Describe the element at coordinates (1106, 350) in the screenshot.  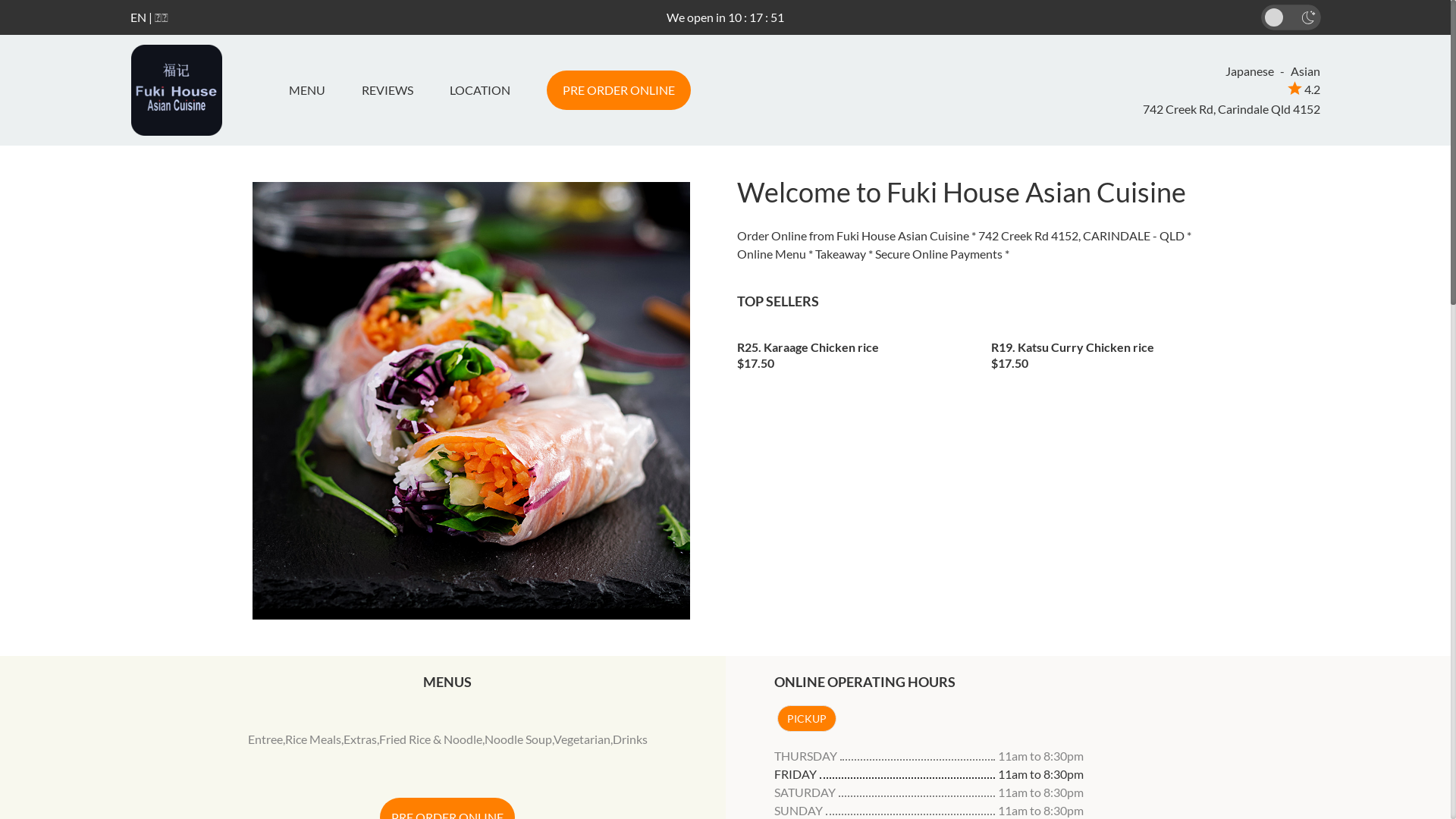
I see `'R19. Katsu Curry Chicken rice` at that location.